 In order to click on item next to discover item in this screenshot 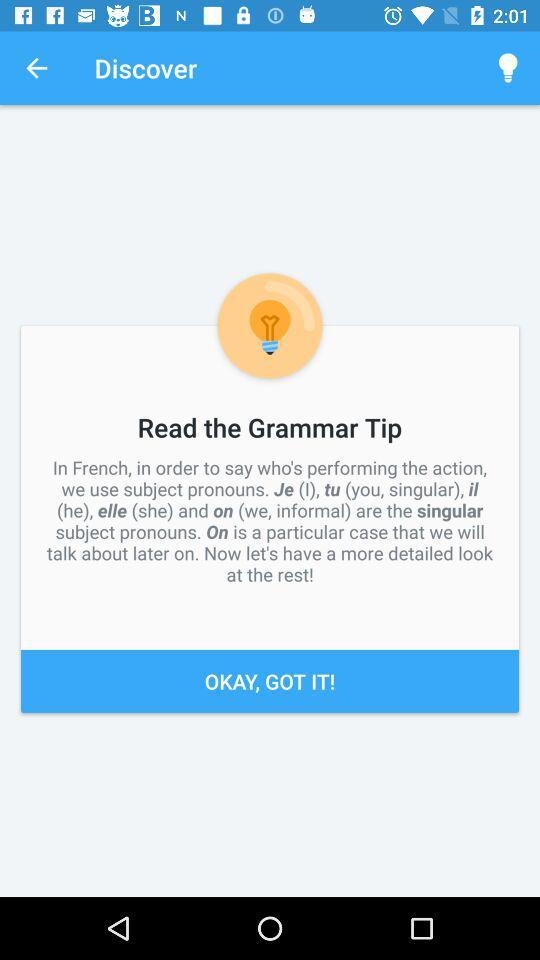, I will do `click(36, 68)`.